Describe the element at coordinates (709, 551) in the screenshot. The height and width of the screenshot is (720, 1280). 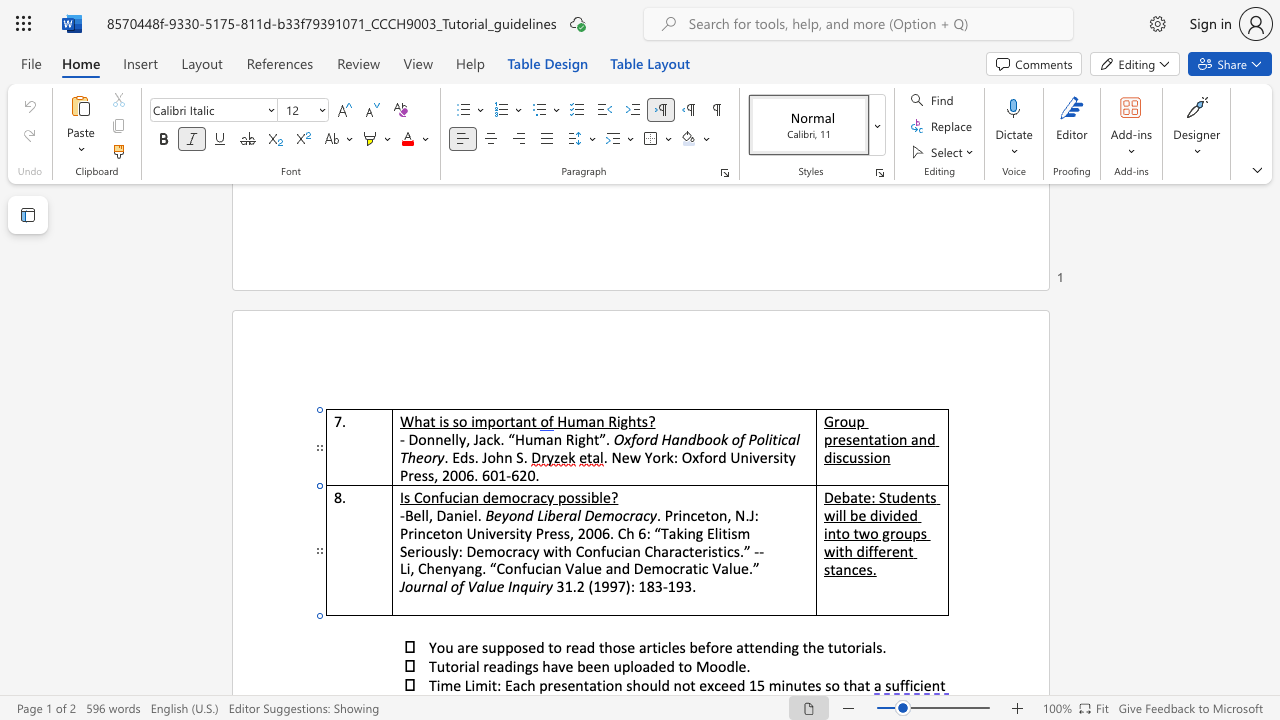
I see `the 4th character "i" in the text` at that location.